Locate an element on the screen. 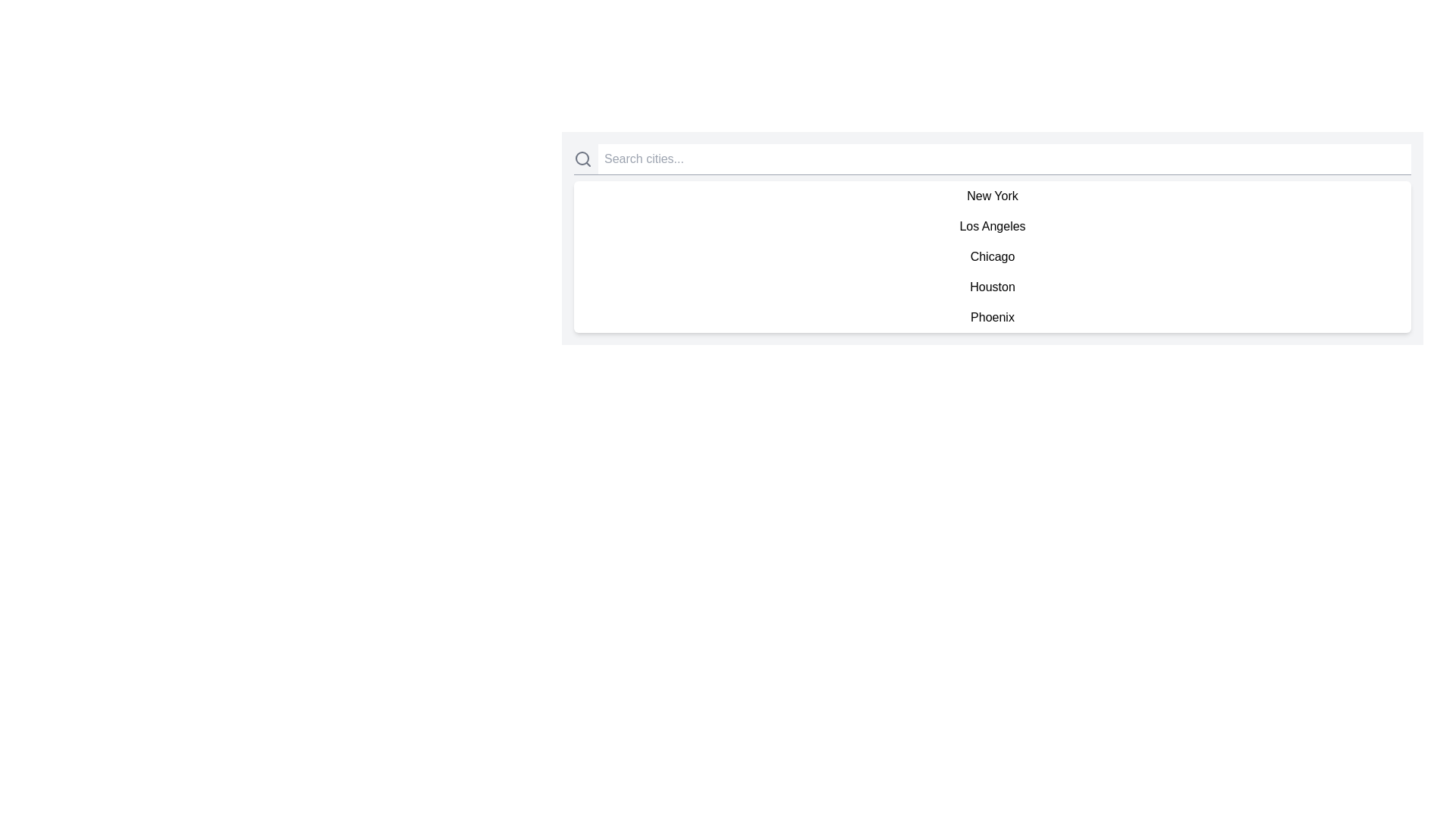  the first item in the vertical list of cities labeled 'New York' is located at coordinates (993, 195).